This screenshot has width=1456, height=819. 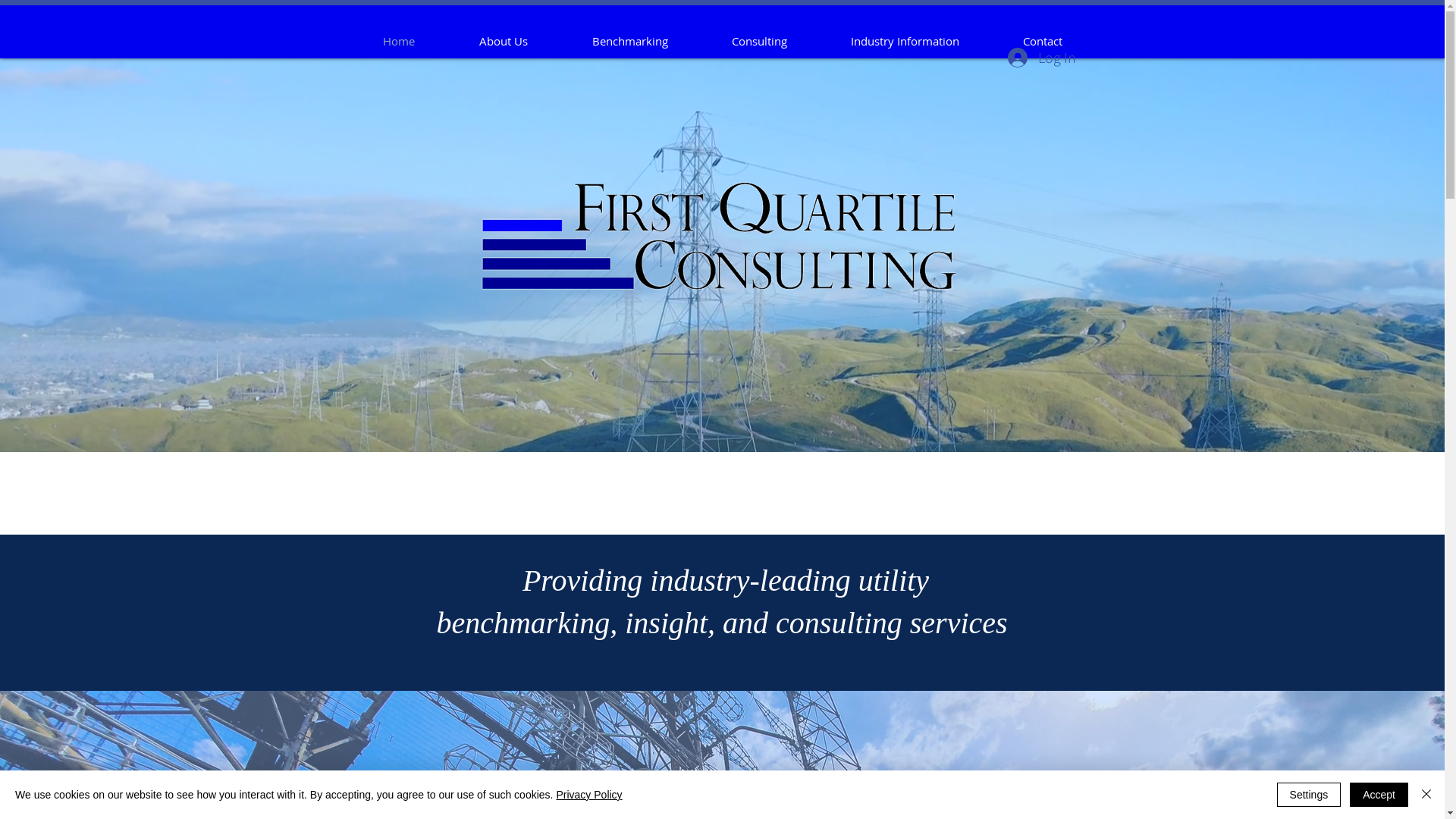 I want to click on 'Consulting', so click(x=698, y=40).